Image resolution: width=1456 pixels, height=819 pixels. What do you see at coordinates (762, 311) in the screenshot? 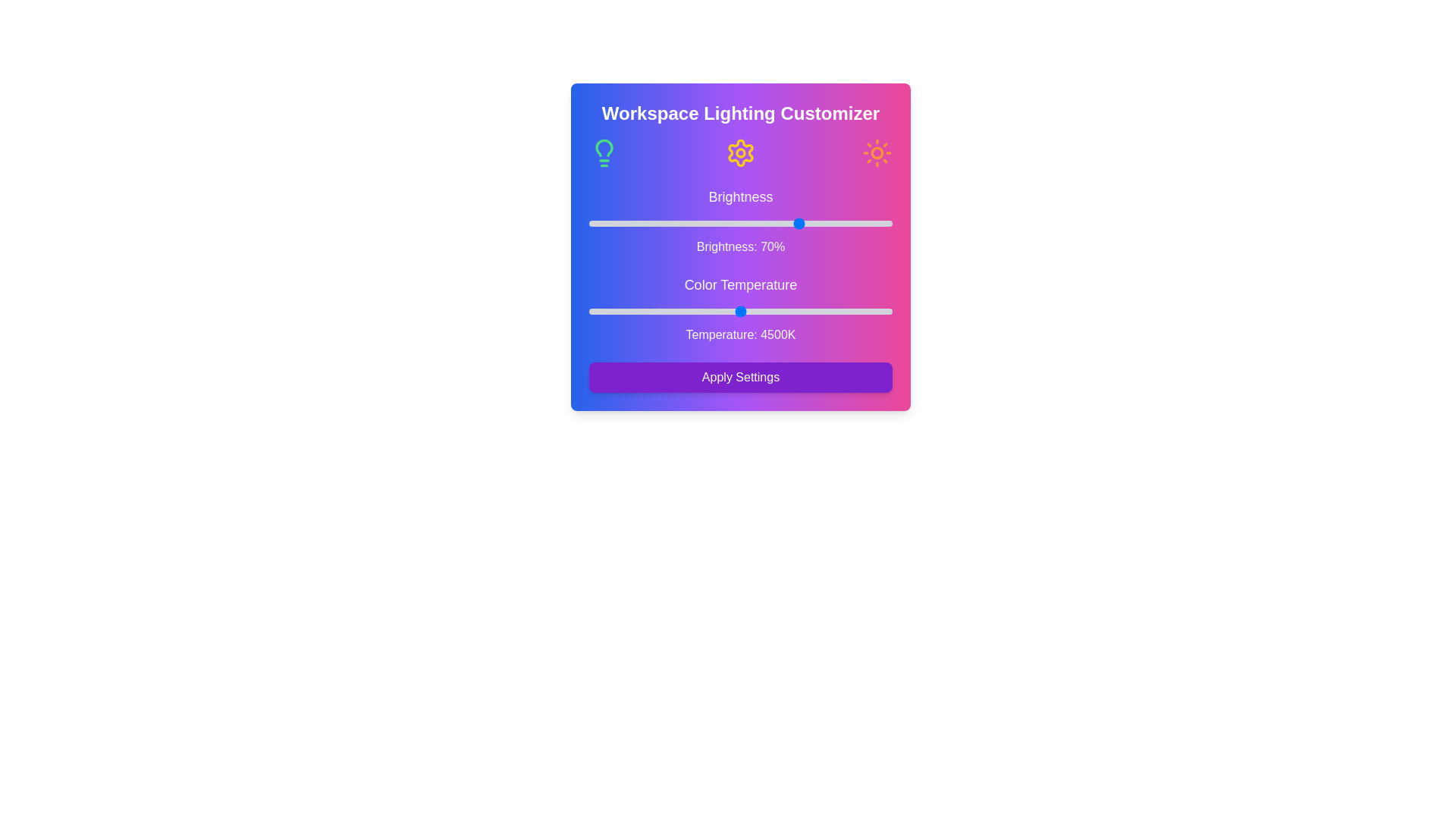
I see `the color temperature slider to 4788 K` at bounding box center [762, 311].